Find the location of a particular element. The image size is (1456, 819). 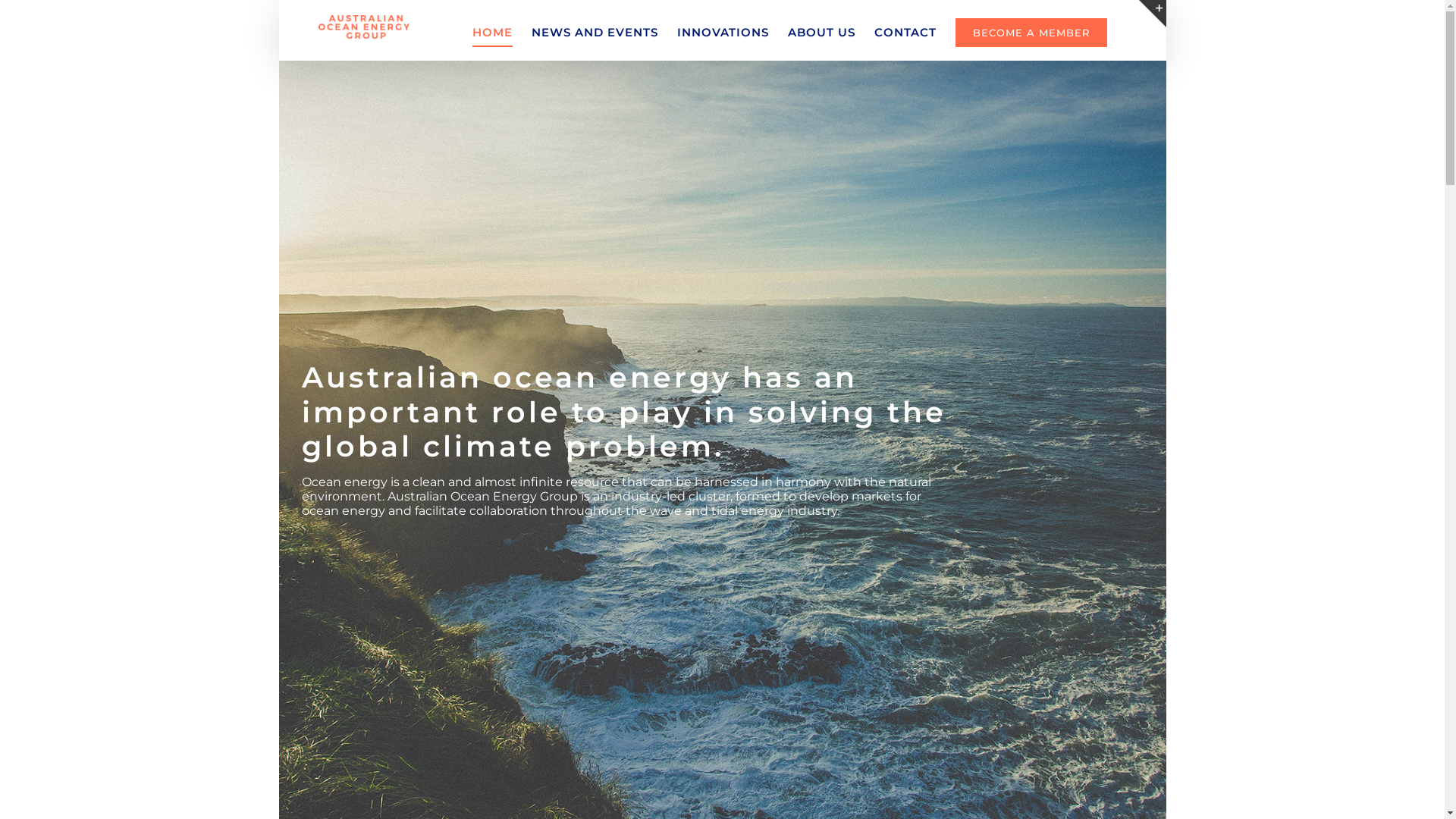

'HOME' is located at coordinates (492, 32).